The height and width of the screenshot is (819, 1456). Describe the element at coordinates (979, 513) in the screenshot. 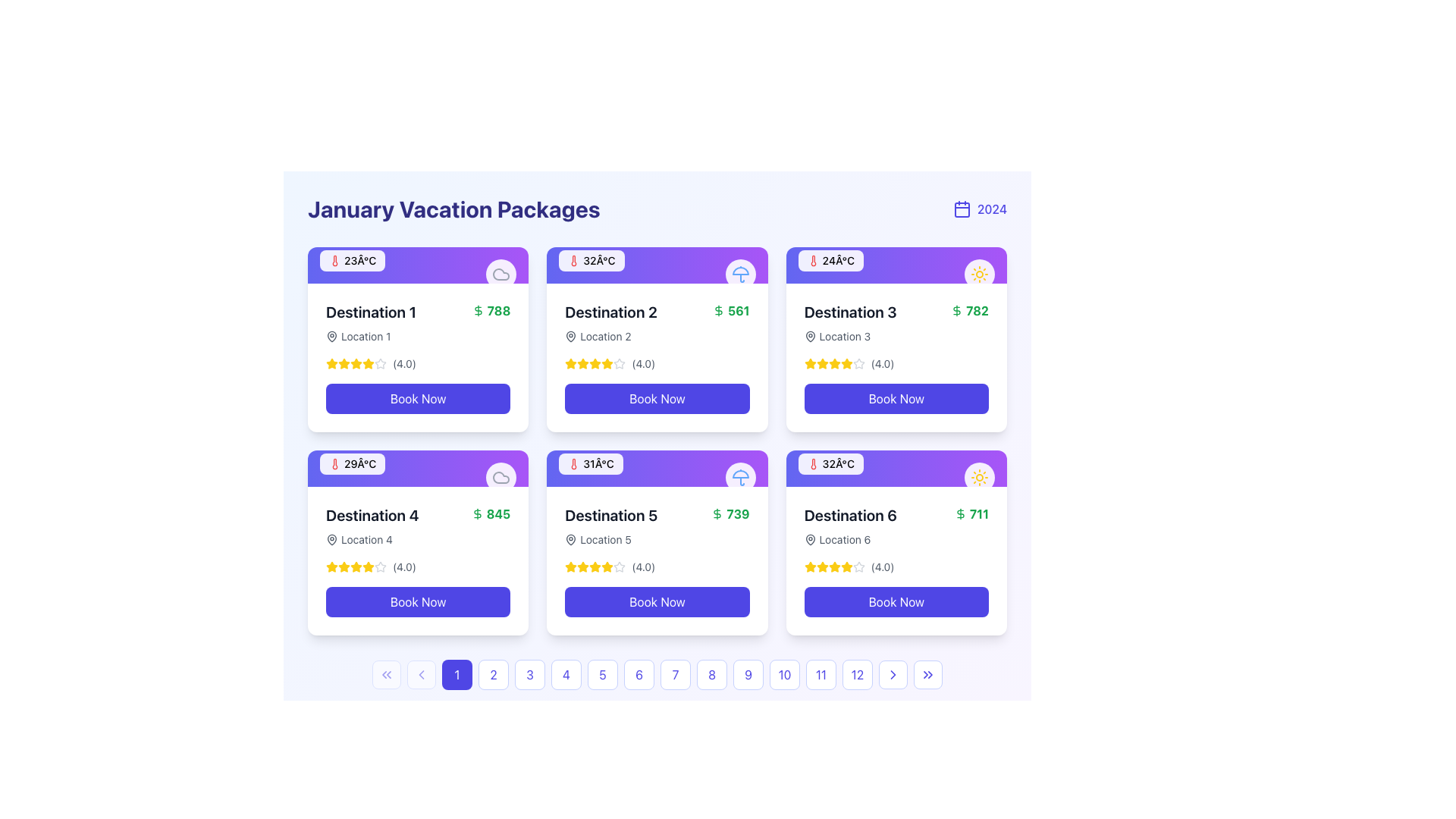

I see `the bold green text label displaying '711', which is positioned to the right of a dollar icon within the card labeled 'Destination 6'` at that location.